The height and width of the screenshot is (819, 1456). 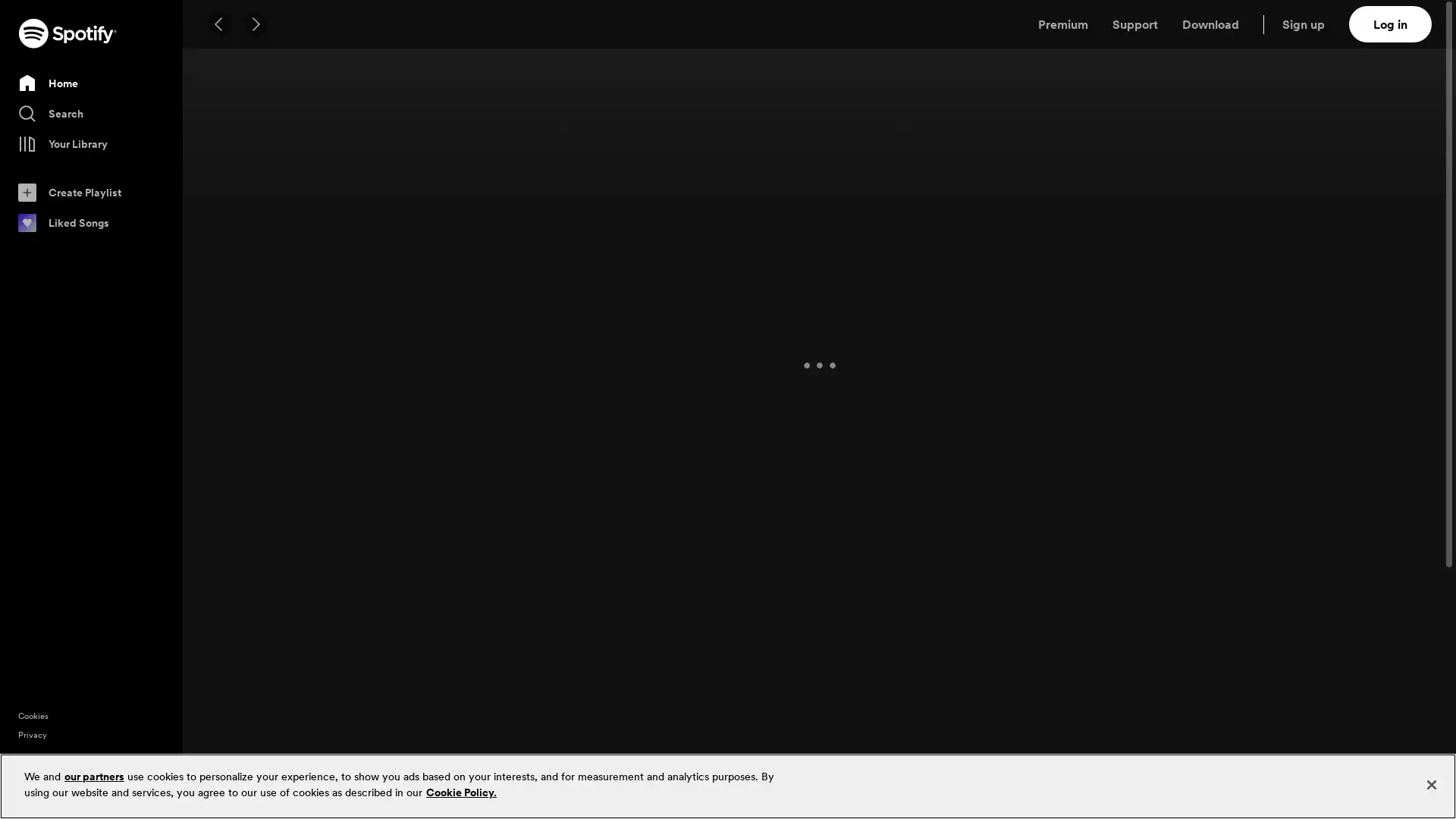 What do you see at coordinates (1084, 485) in the screenshot?
I see `Play White Noise` at bounding box center [1084, 485].